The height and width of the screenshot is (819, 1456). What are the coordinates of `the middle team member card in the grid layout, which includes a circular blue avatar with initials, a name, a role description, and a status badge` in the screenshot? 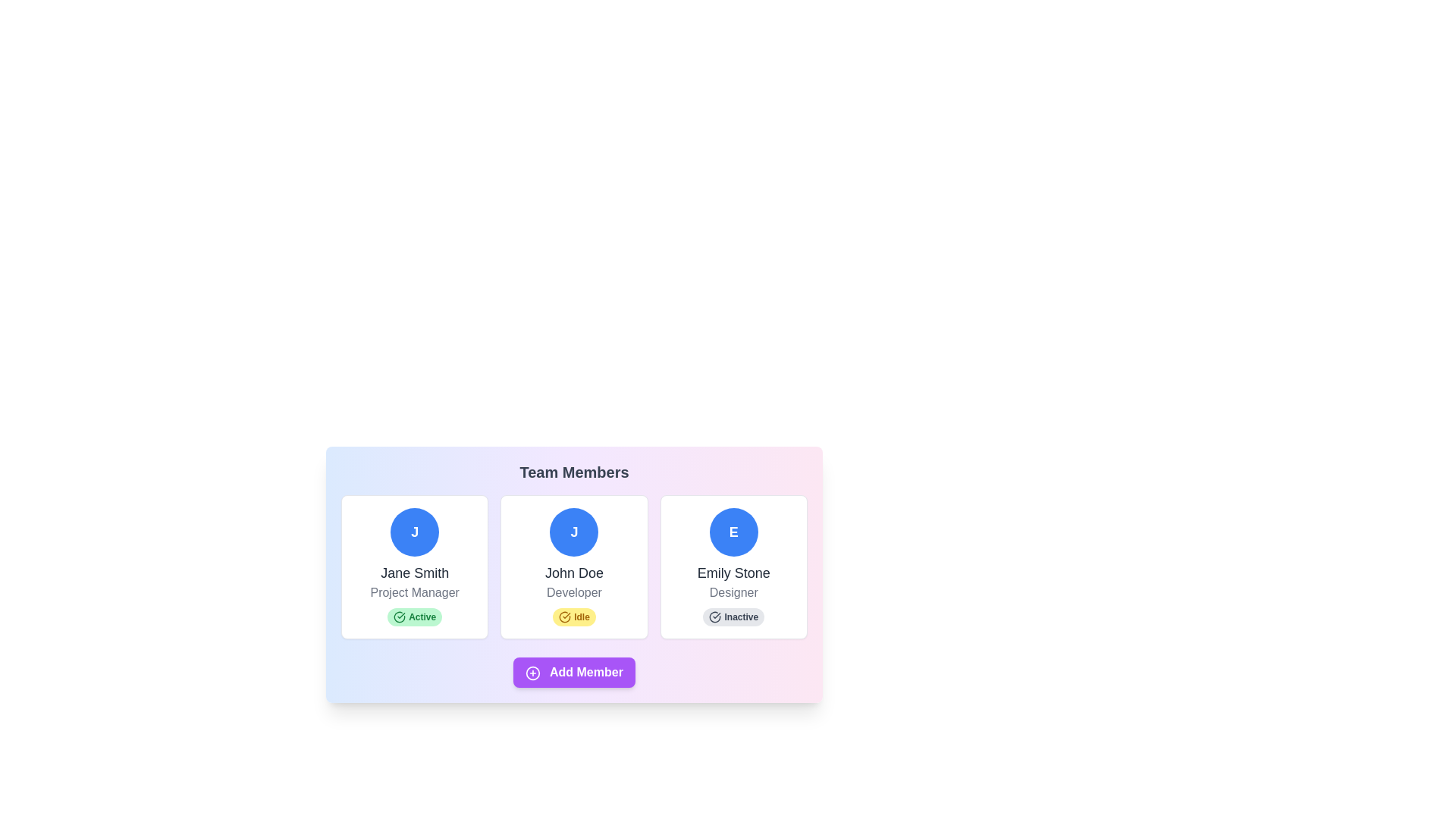 It's located at (573, 567).